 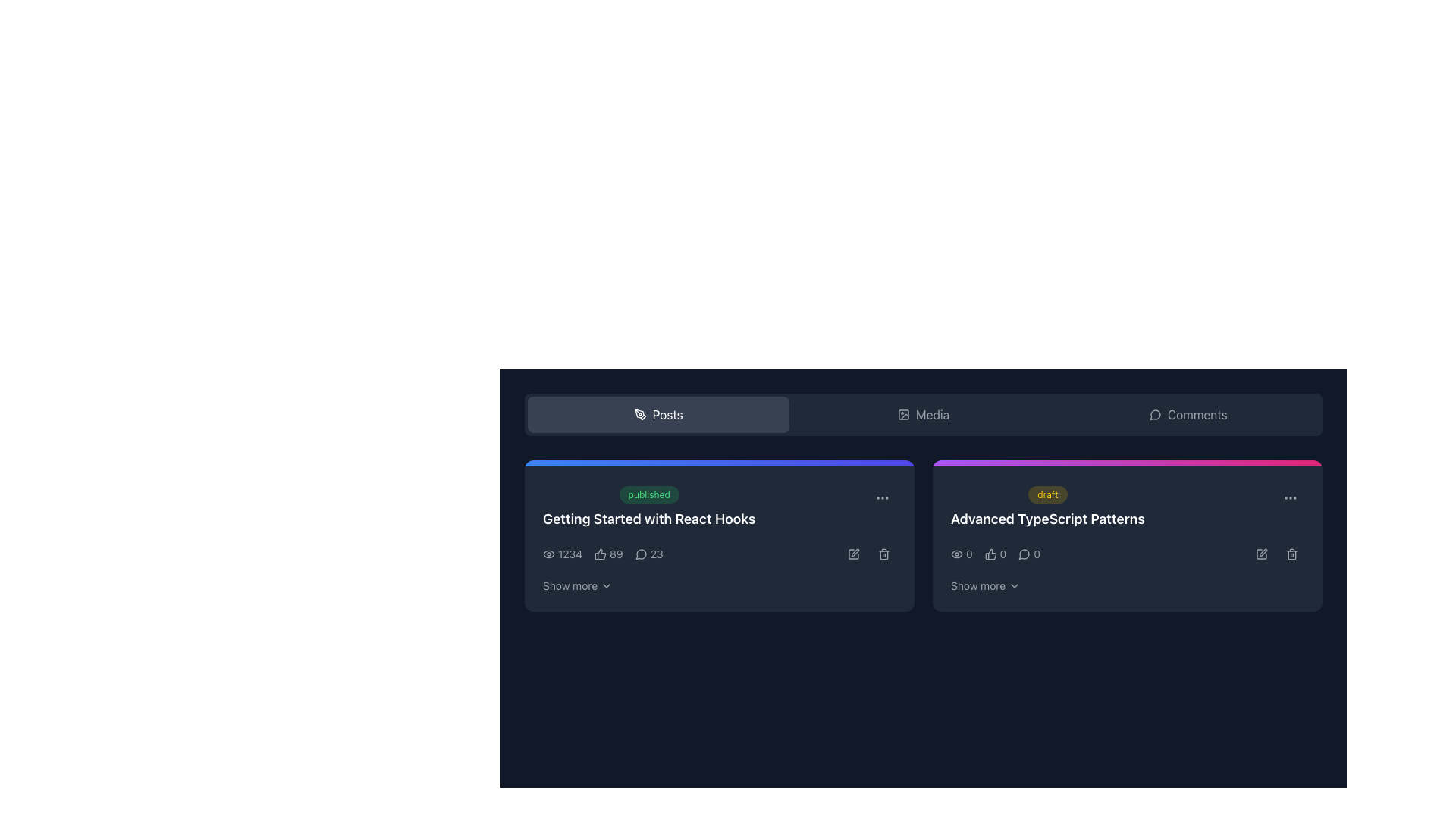 What do you see at coordinates (641, 554) in the screenshot?
I see `the speech bubble icon indicating comments, located to the left of the numeric count '23.'` at bounding box center [641, 554].